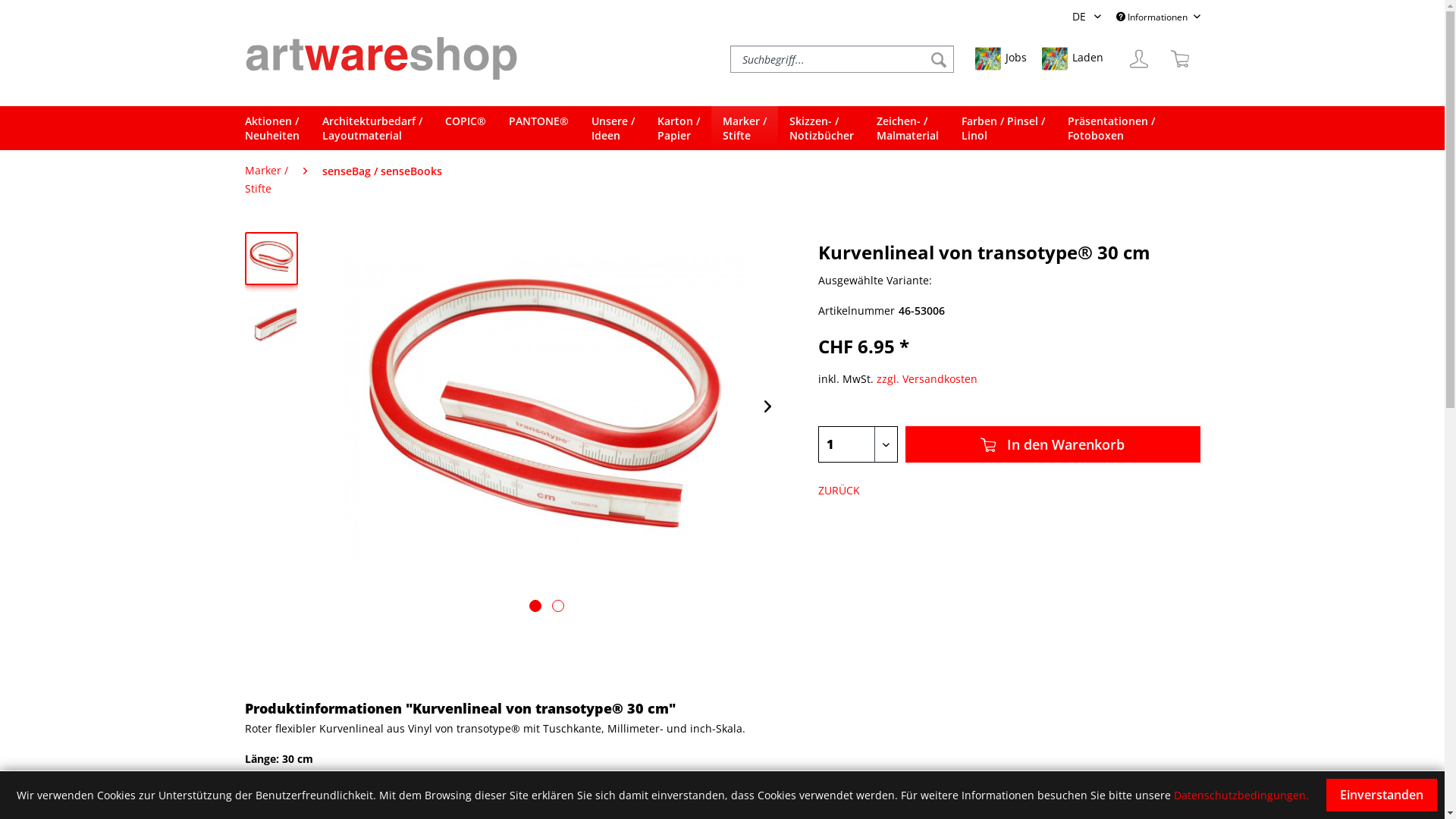 The height and width of the screenshot is (819, 1456). What do you see at coordinates (677, 127) in the screenshot?
I see `'Karton /` at bounding box center [677, 127].